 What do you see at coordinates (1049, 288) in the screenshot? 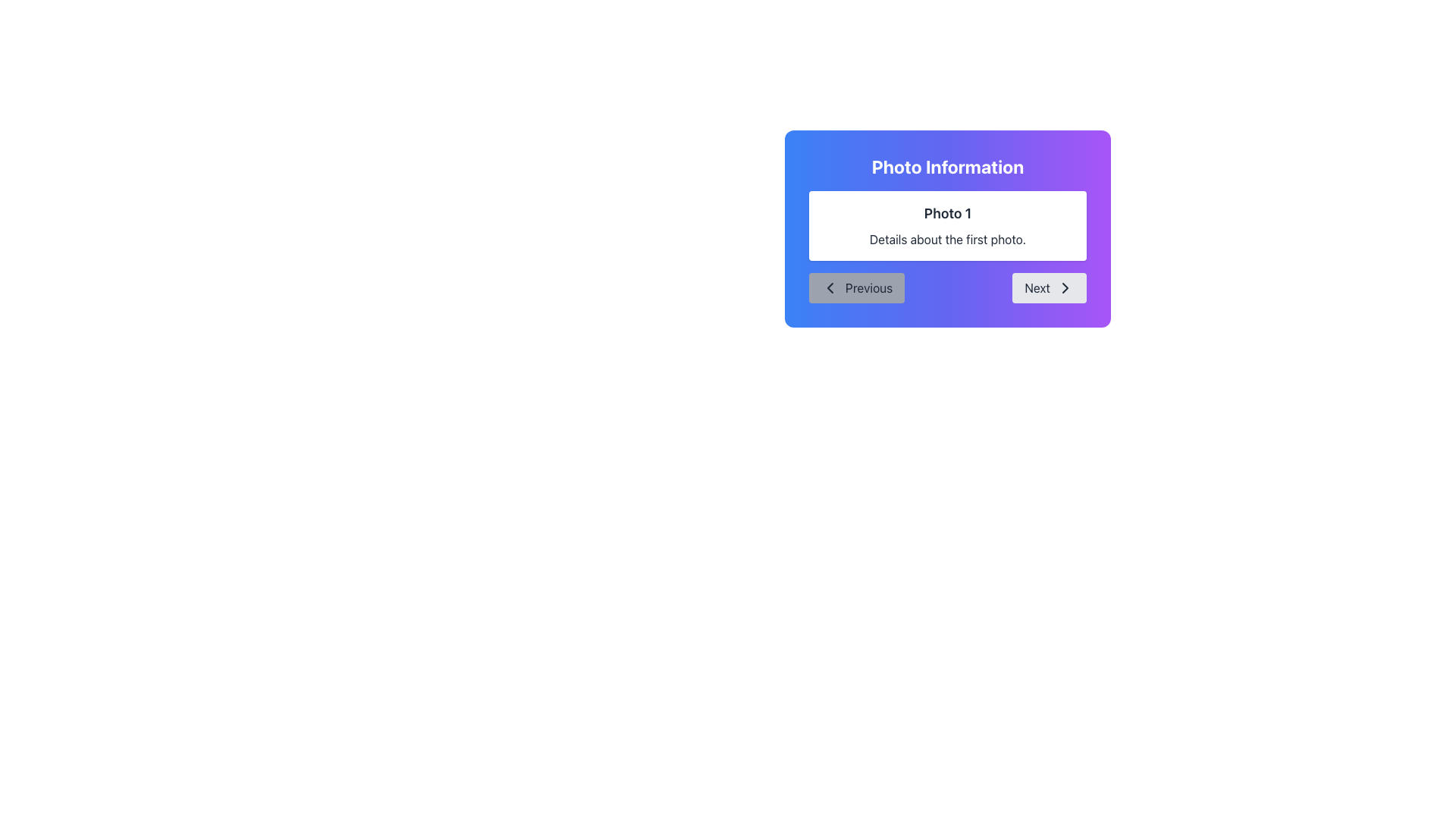
I see `the navigation button located in the bottom-right corner of the modal interface containing the 'Photo Information' title` at bounding box center [1049, 288].